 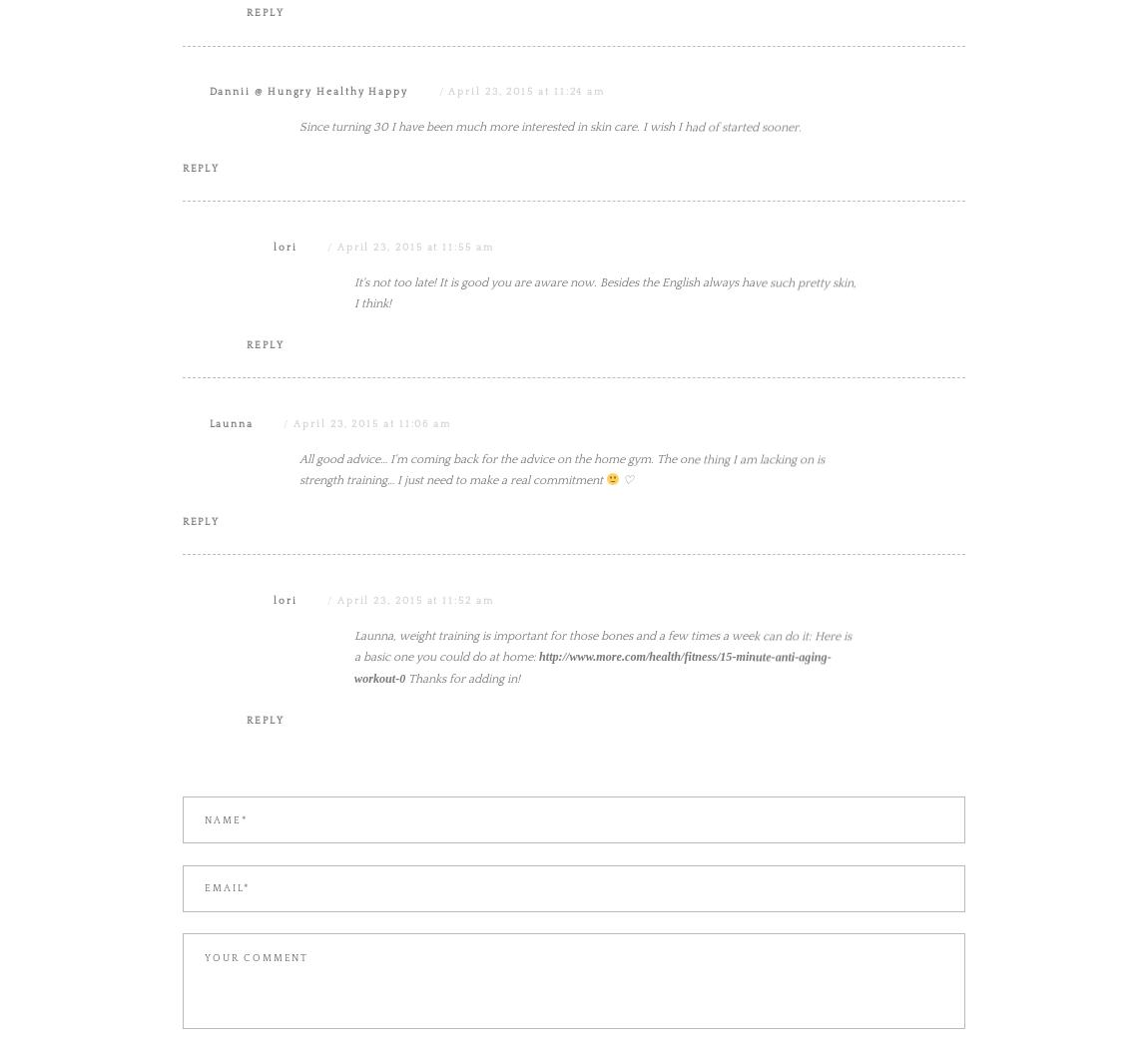 I want to click on 'Hold on, Gingi! No worries as each chapter and decade hold good times and plenty of adventures.', so click(x=354, y=161).